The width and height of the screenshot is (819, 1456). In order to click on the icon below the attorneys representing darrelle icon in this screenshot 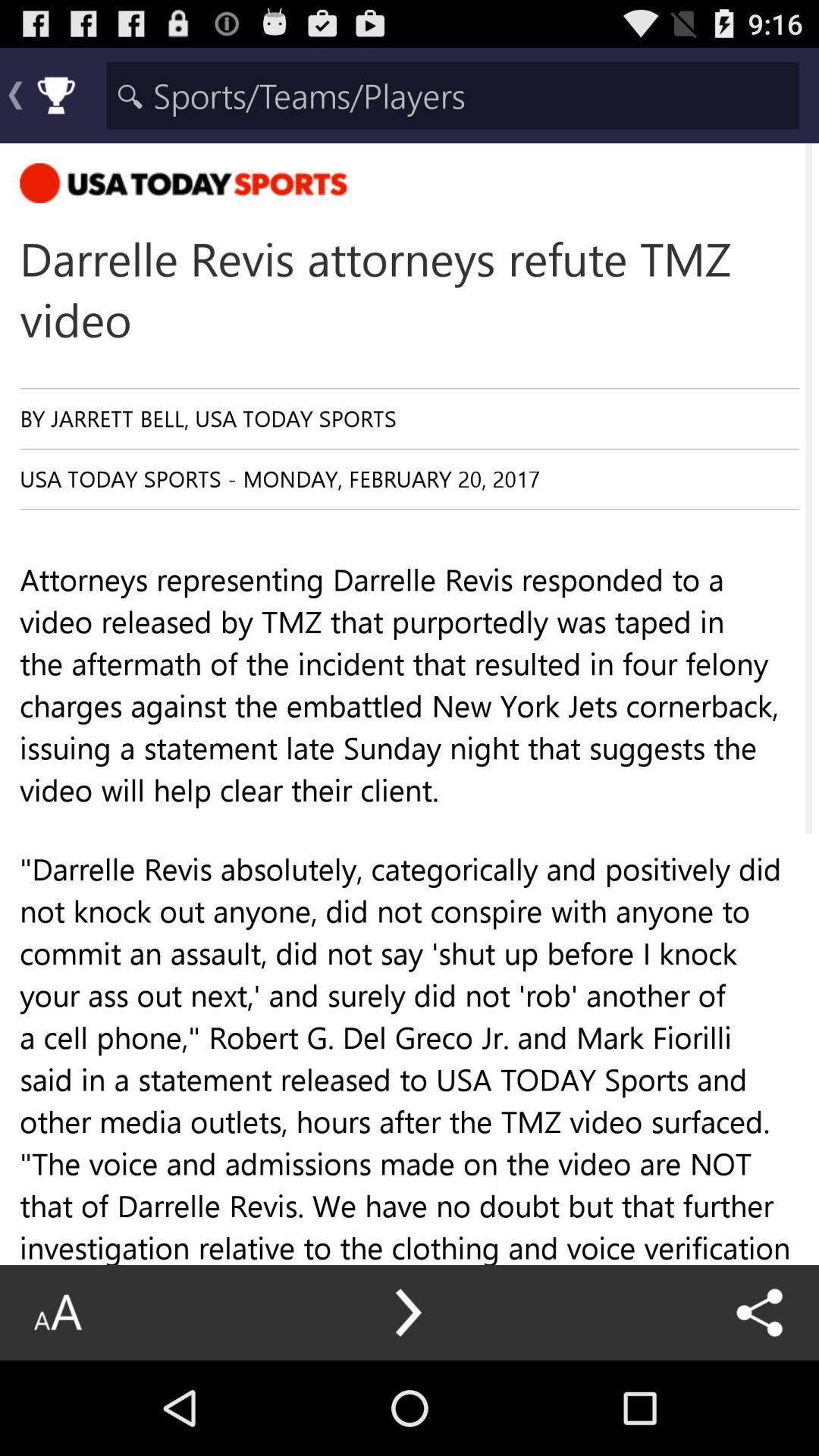, I will do `click(760, 1312)`.